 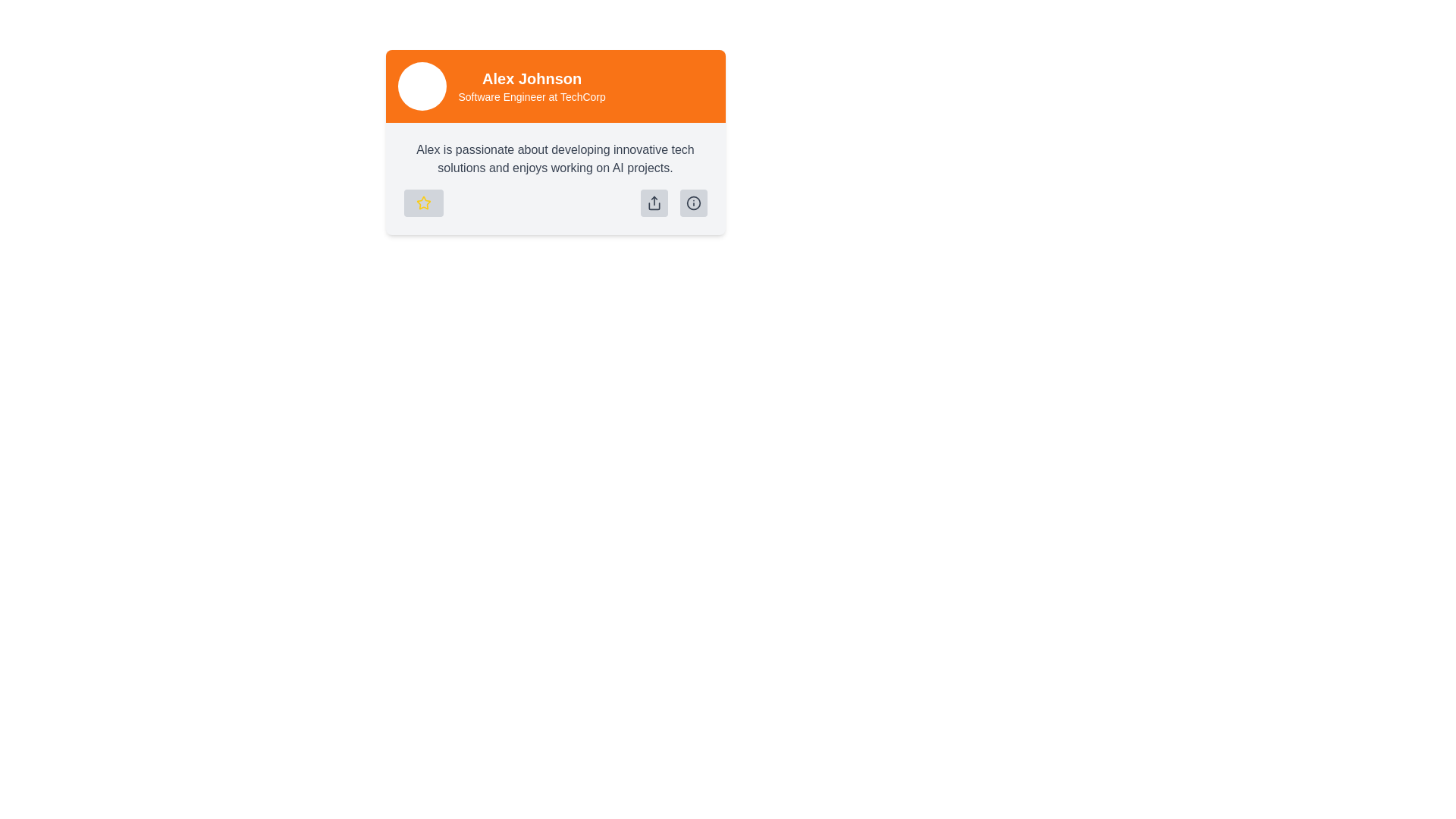 What do you see at coordinates (692, 202) in the screenshot?
I see `the circular graphical vector element located at the bottom right corner of the profile card` at bounding box center [692, 202].